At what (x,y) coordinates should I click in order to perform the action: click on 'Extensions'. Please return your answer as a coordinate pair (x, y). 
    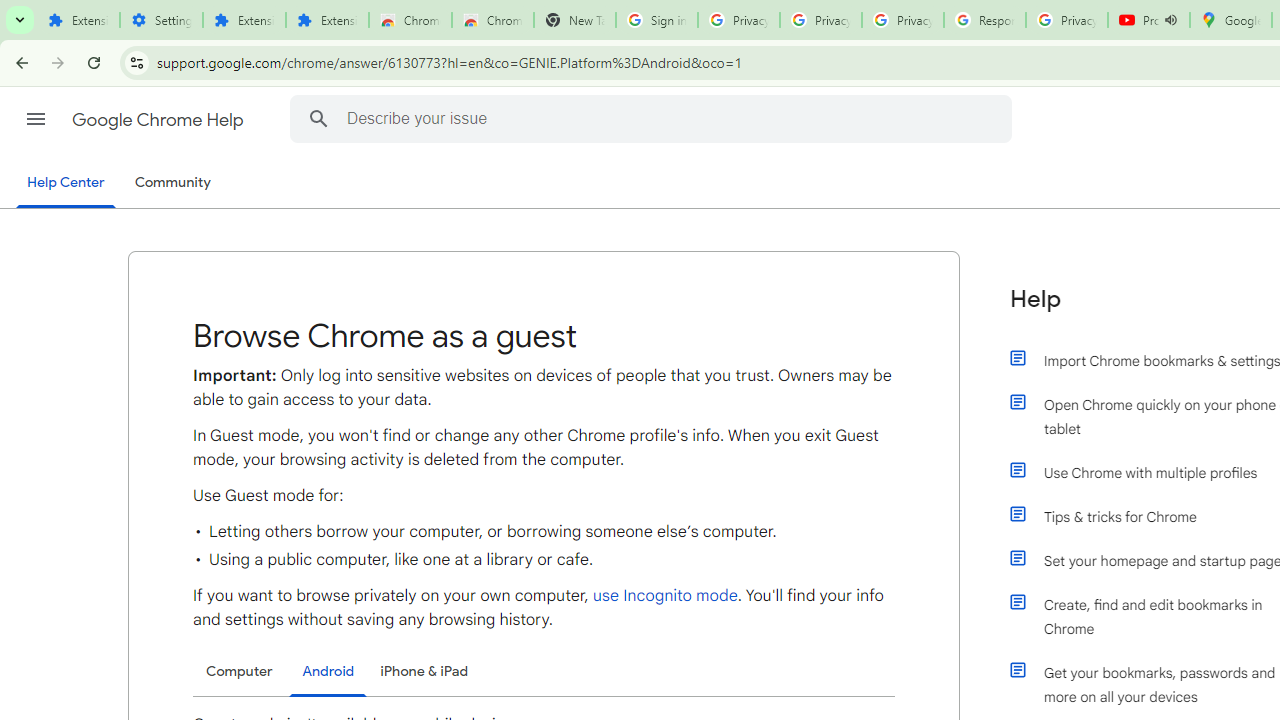
    Looking at the image, I should click on (327, 20).